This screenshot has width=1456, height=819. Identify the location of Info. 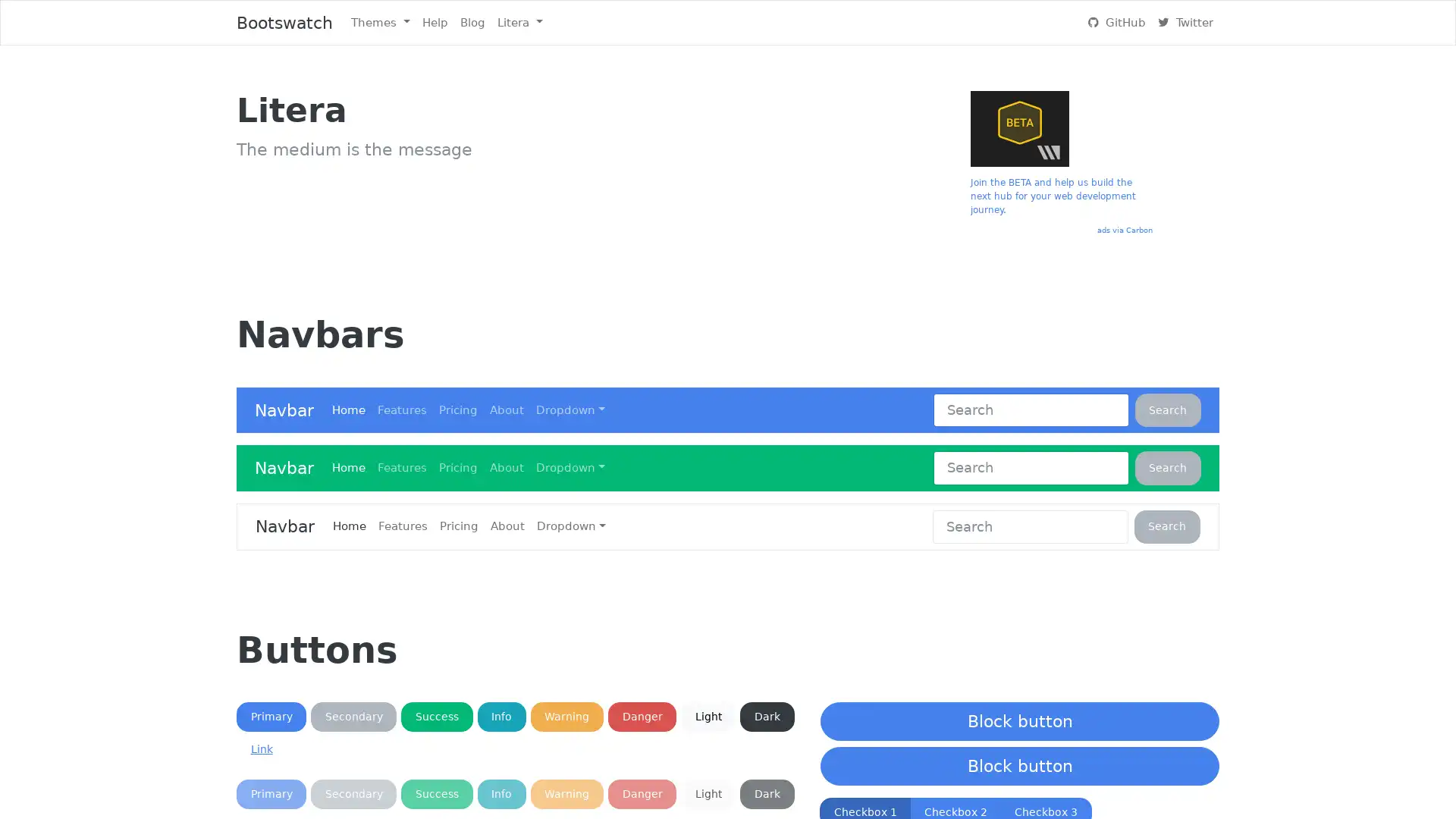
(501, 717).